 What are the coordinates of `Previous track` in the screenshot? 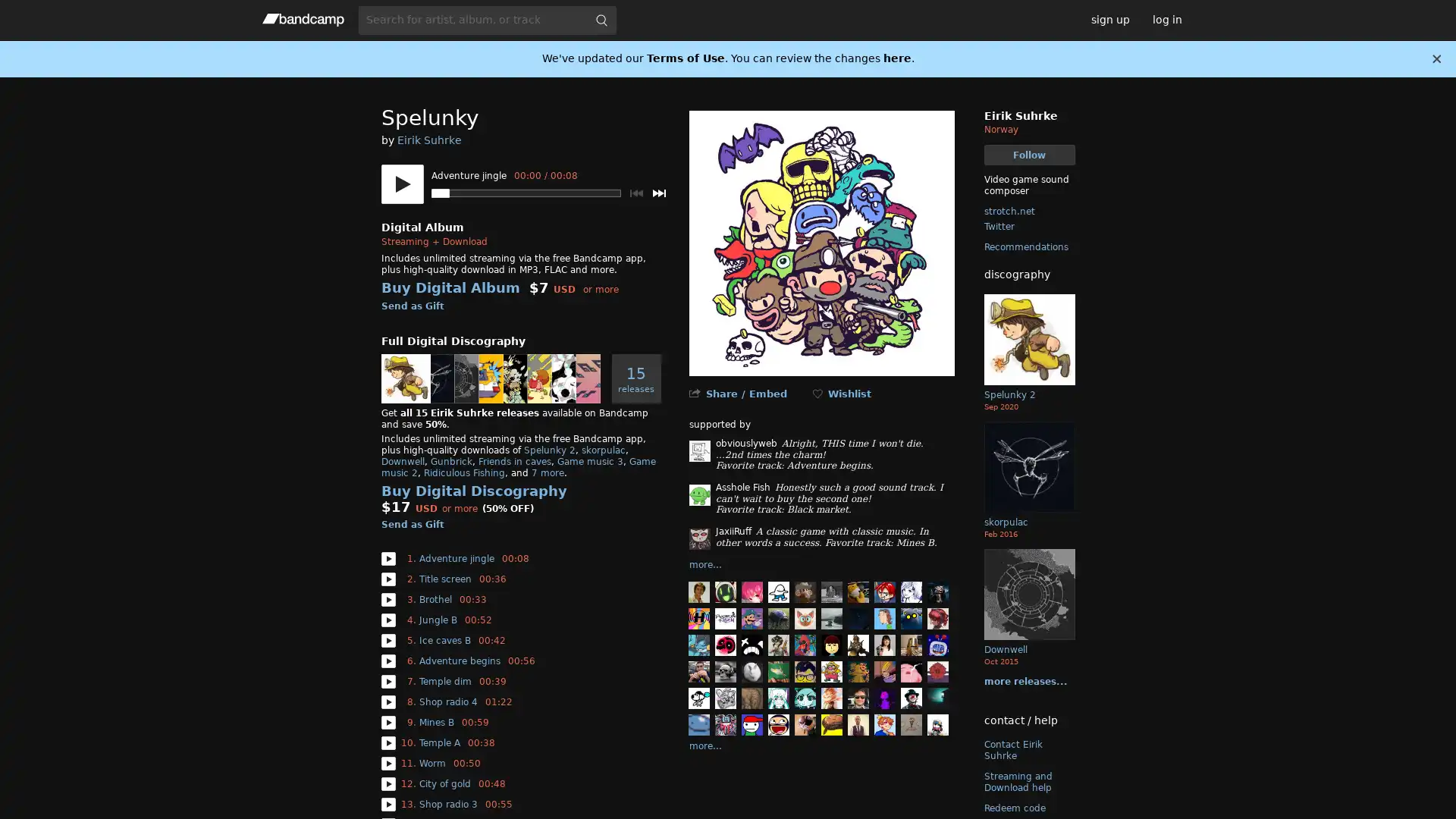 It's located at (635, 192).